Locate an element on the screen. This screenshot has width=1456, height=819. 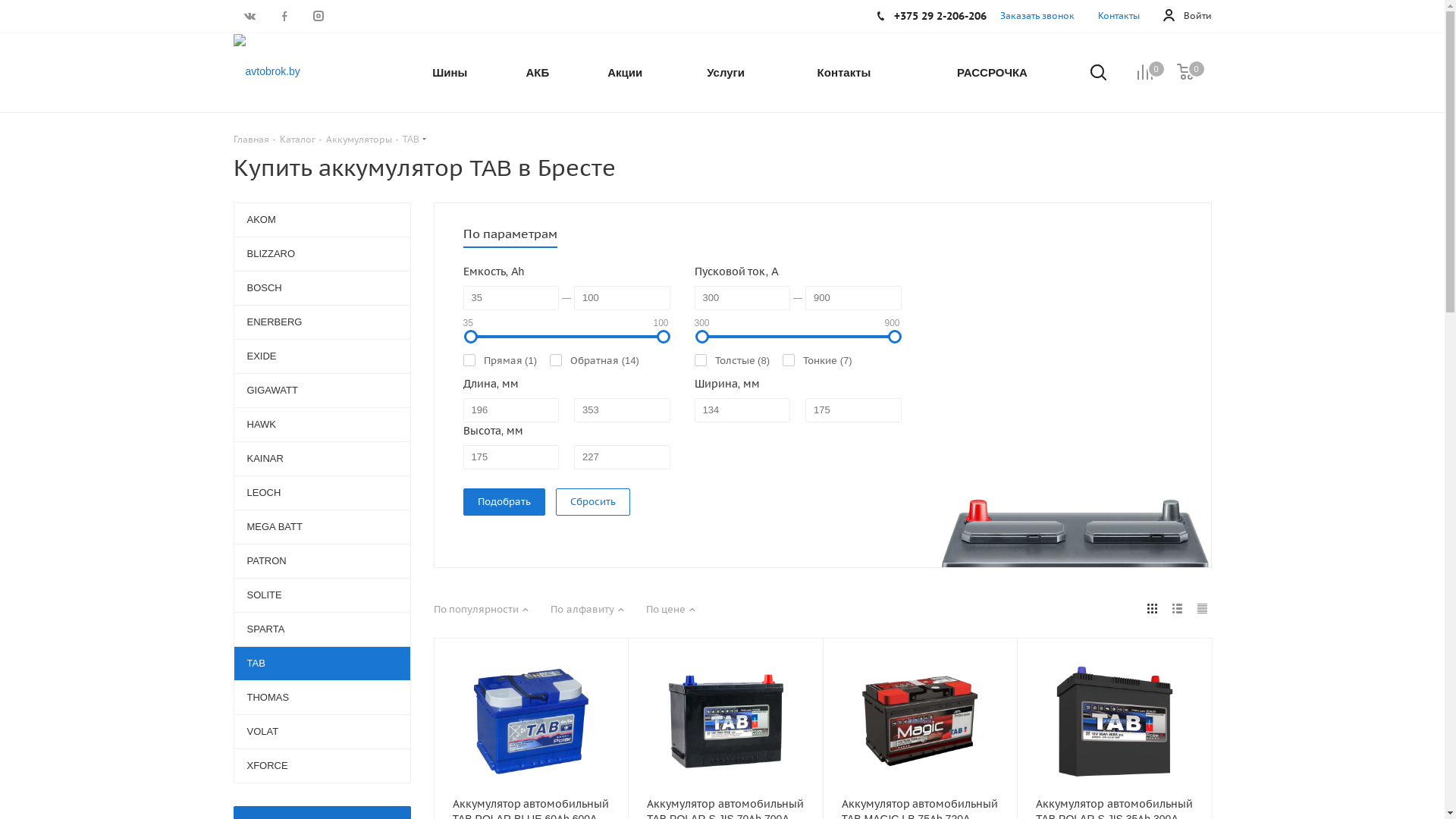
'TAB' is located at coordinates (322, 662).